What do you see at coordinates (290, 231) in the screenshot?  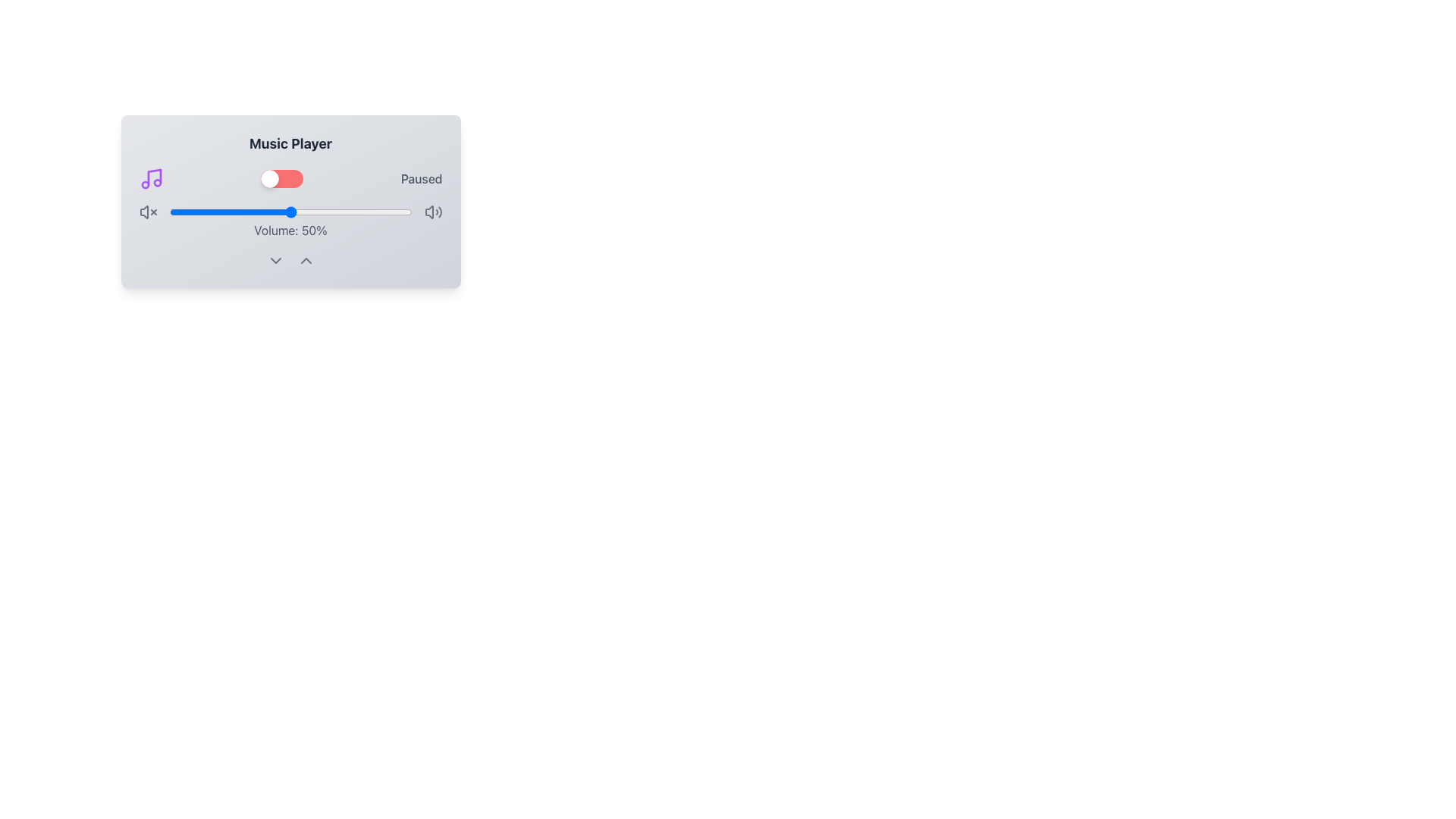 I see `the text label displaying 'Volume: 50%' which is styled in gray and positioned below the volume slider` at bounding box center [290, 231].